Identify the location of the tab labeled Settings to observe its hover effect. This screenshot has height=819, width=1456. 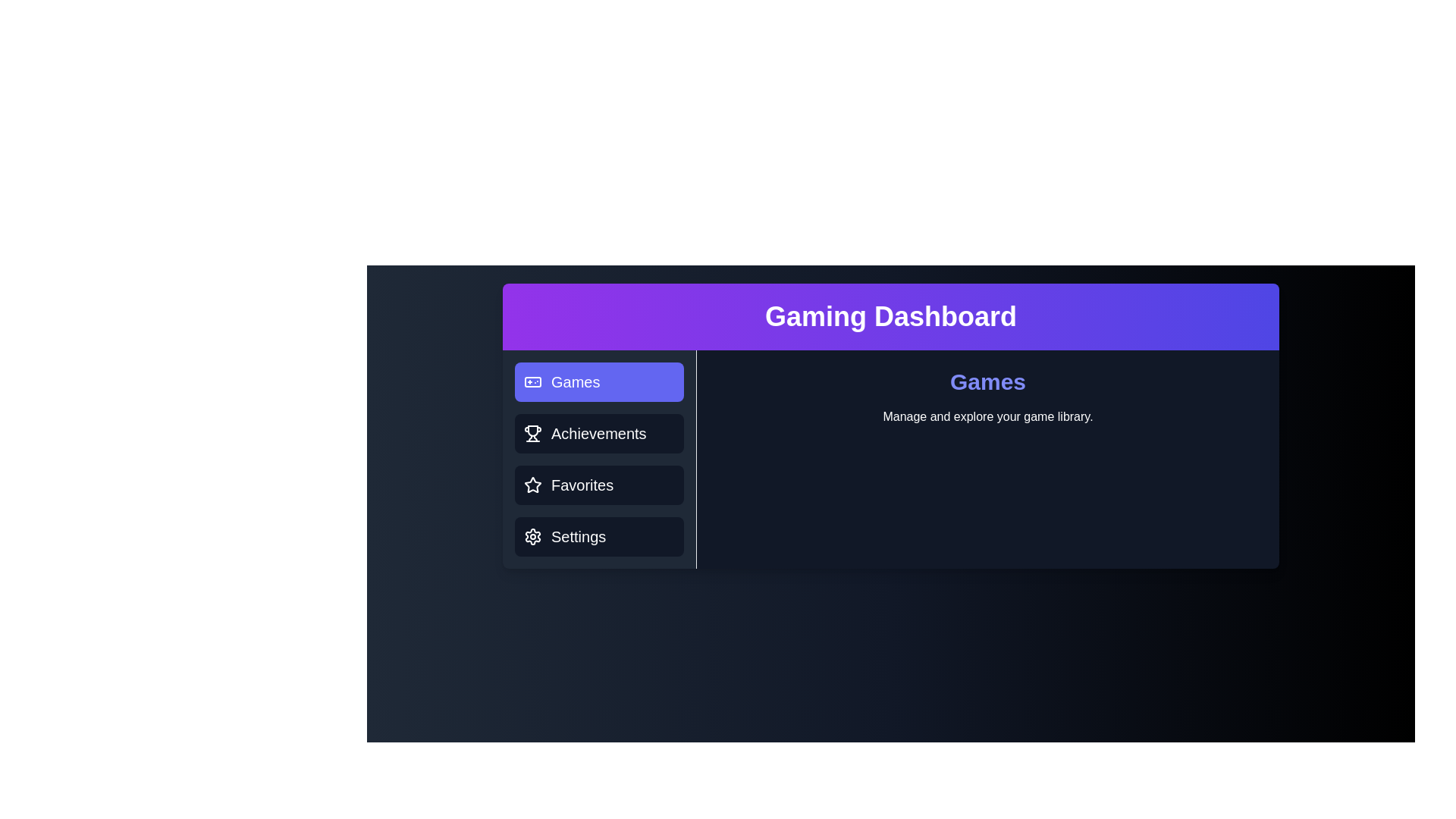
(598, 536).